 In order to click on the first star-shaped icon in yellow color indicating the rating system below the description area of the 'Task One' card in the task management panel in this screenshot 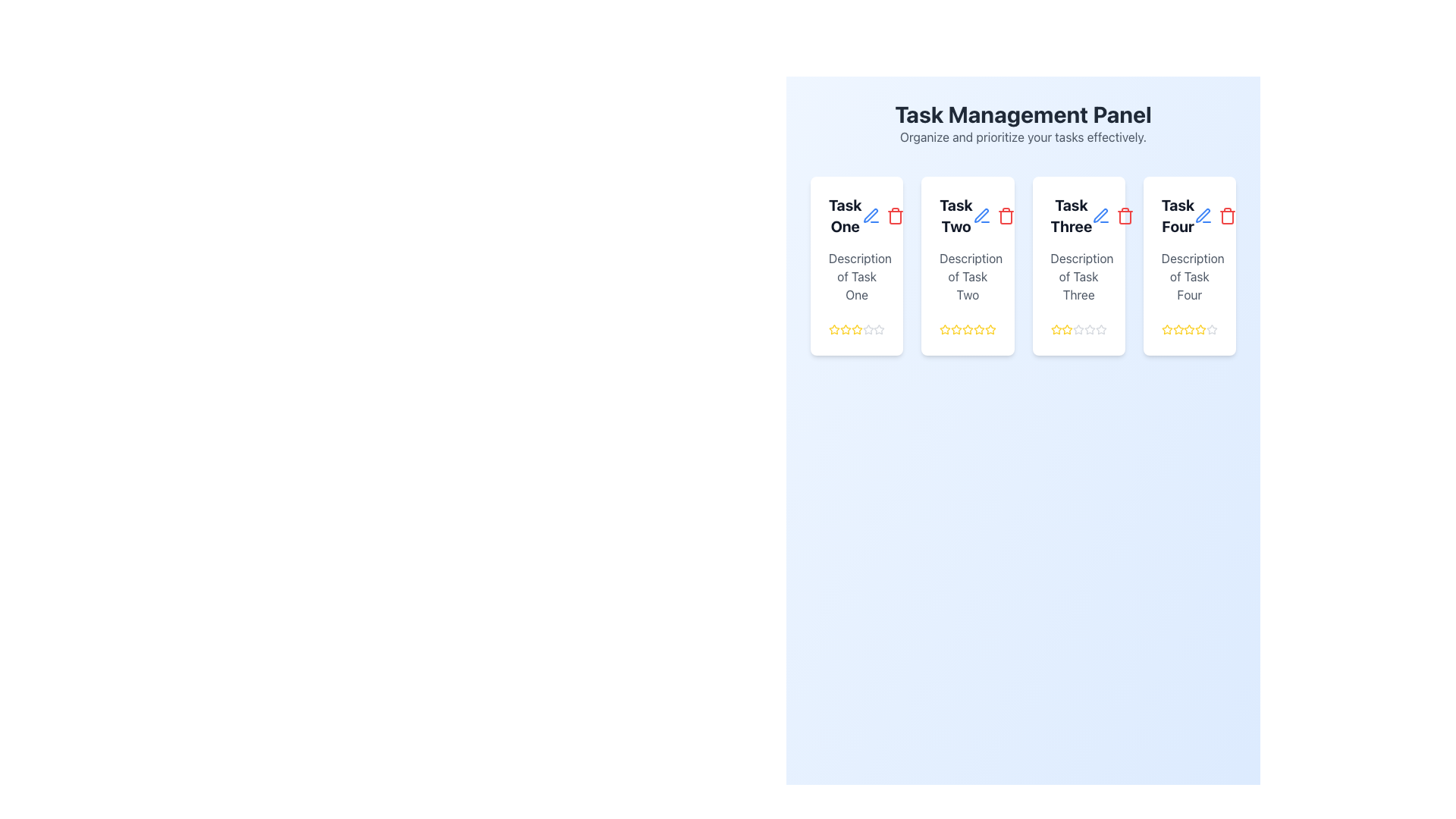, I will do `click(833, 328)`.